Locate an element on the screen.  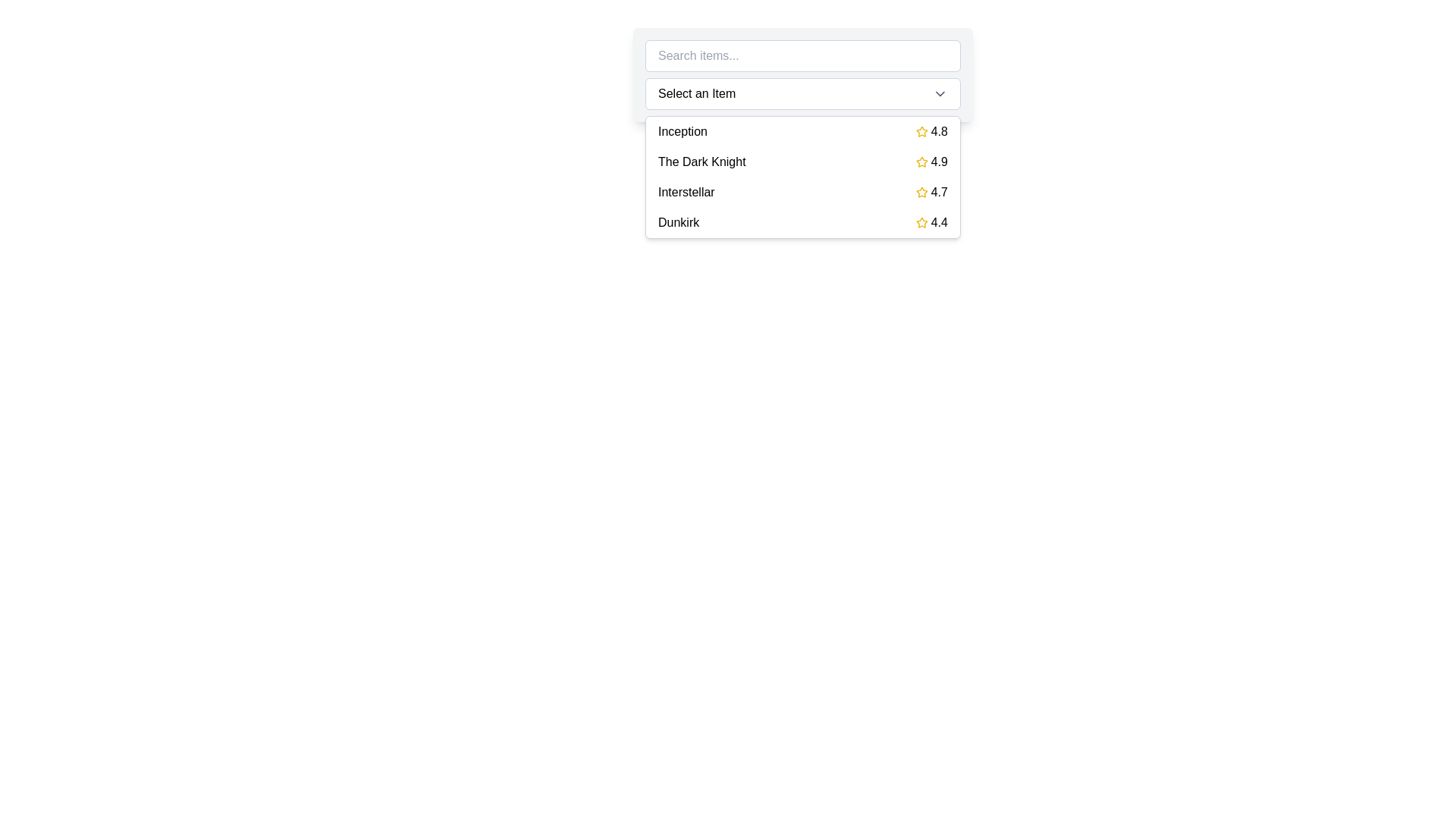
the yellow star icon or the rating text '4.4' in the Rating display component for the movie 'Dunkirk' is located at coordinates (930, 222).